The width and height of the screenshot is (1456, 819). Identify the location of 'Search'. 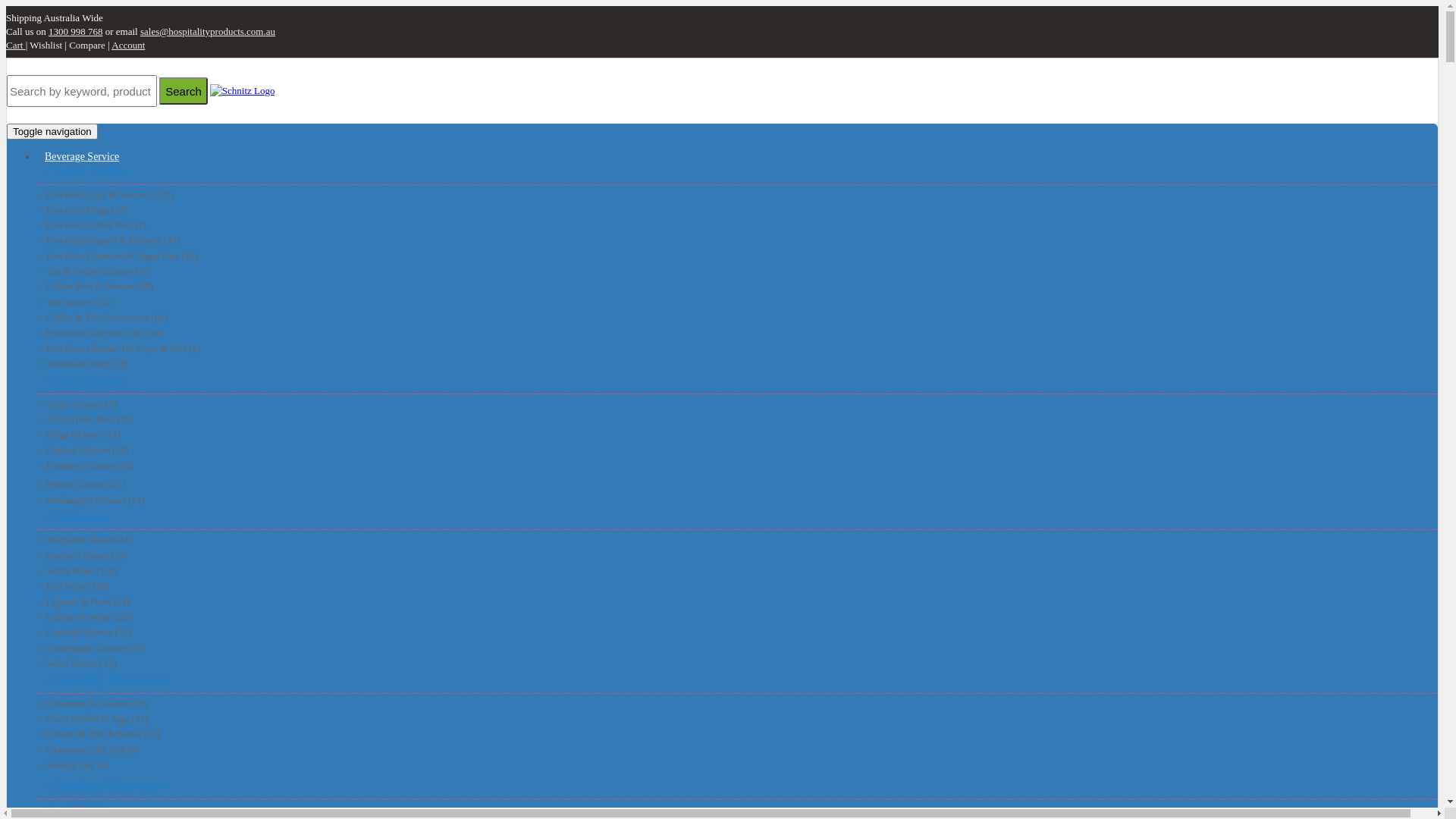
(159, 90).